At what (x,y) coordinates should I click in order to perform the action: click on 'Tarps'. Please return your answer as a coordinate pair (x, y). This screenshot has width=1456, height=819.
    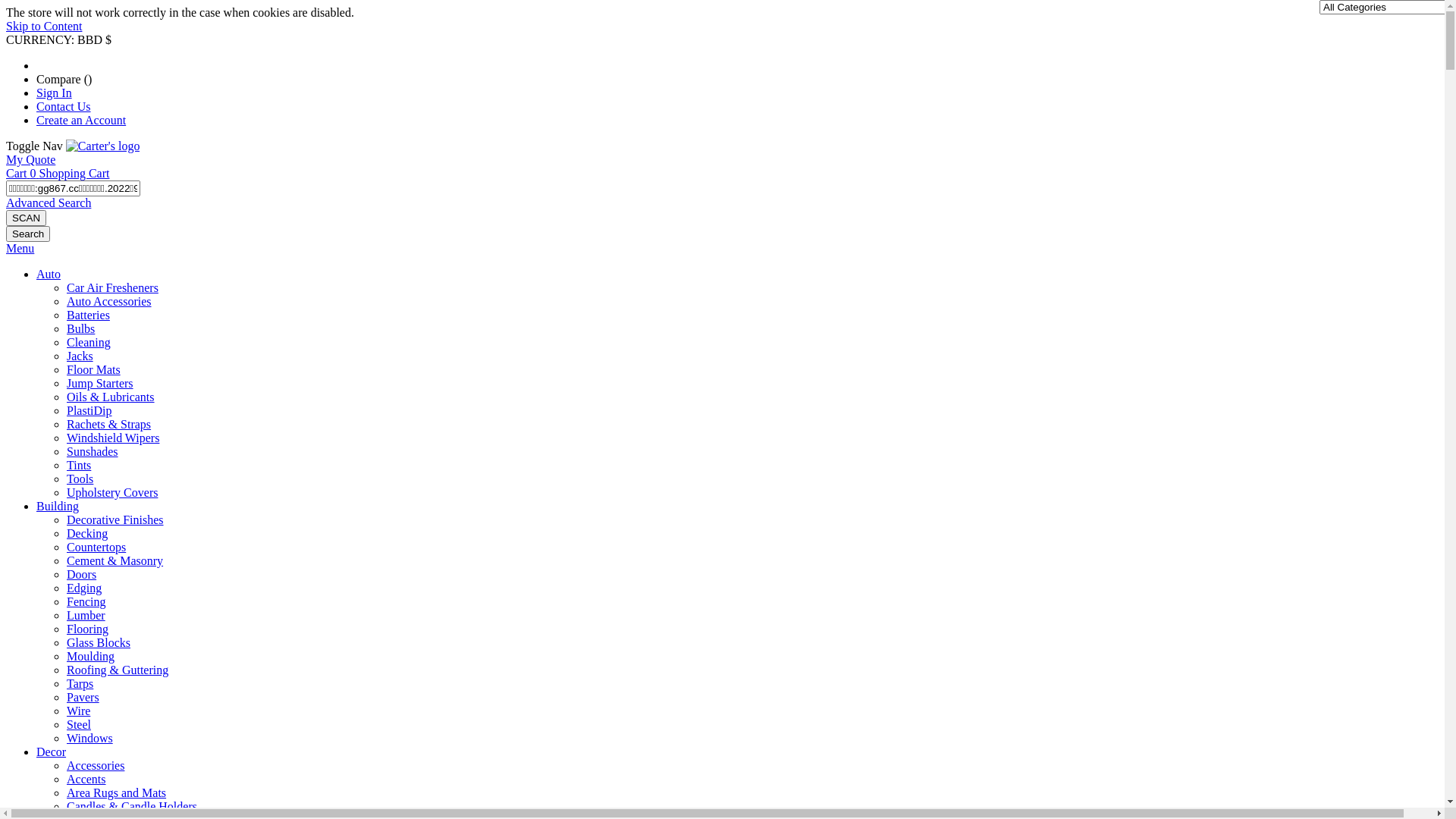
    Looking at the image, I should click on (65, 683).